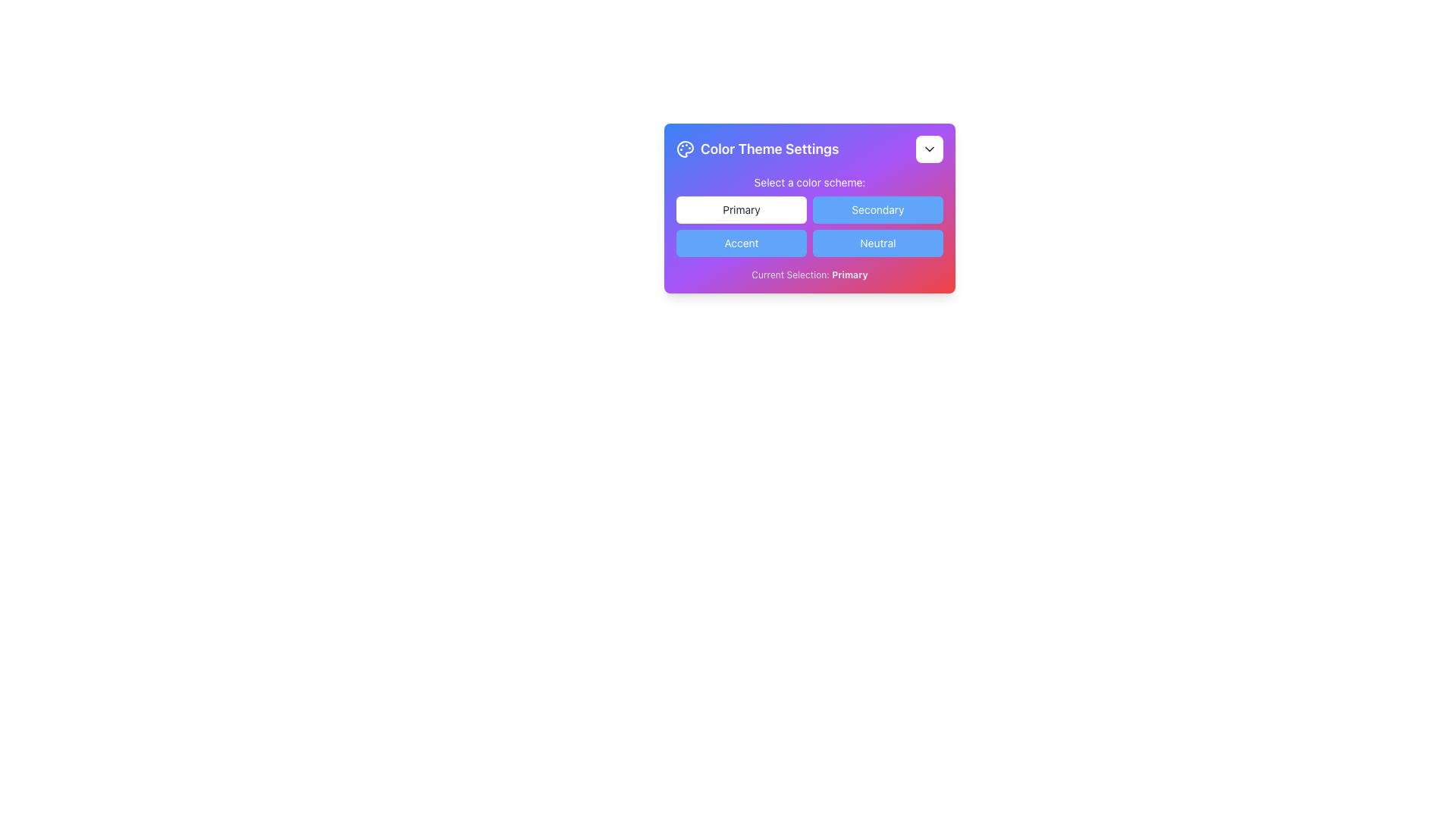 The width and height of the screenshot is (1456, 819). Describe the element at coordinates (742, 242) in the screenshot. I see `the 'Accent' color scheme button located in the bottom-left of the grid` at that location.